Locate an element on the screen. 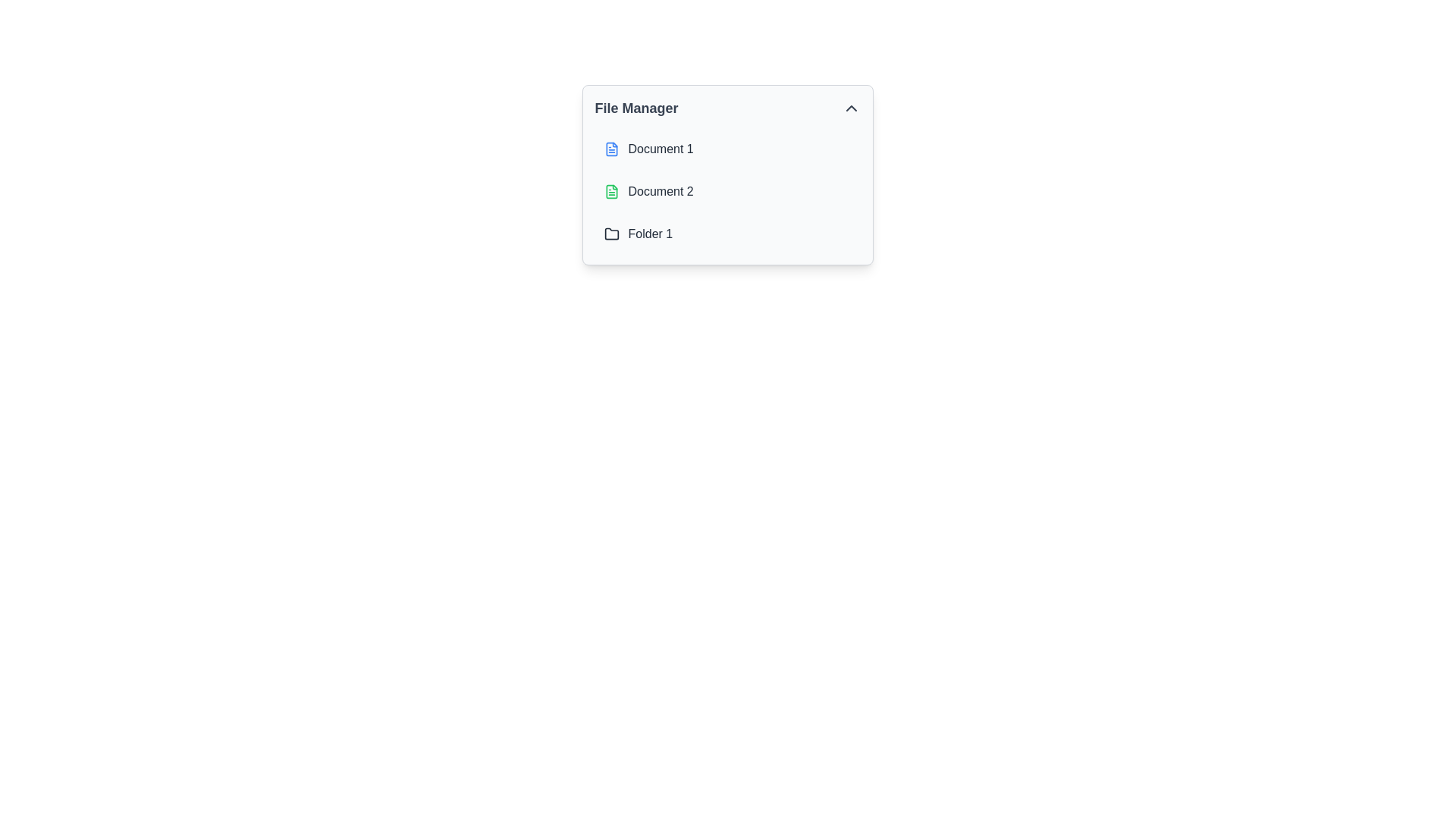 The width and height of the screenshot is (1456, 819). the text label representing 'Document 2' is located at coordinates (661, 191).